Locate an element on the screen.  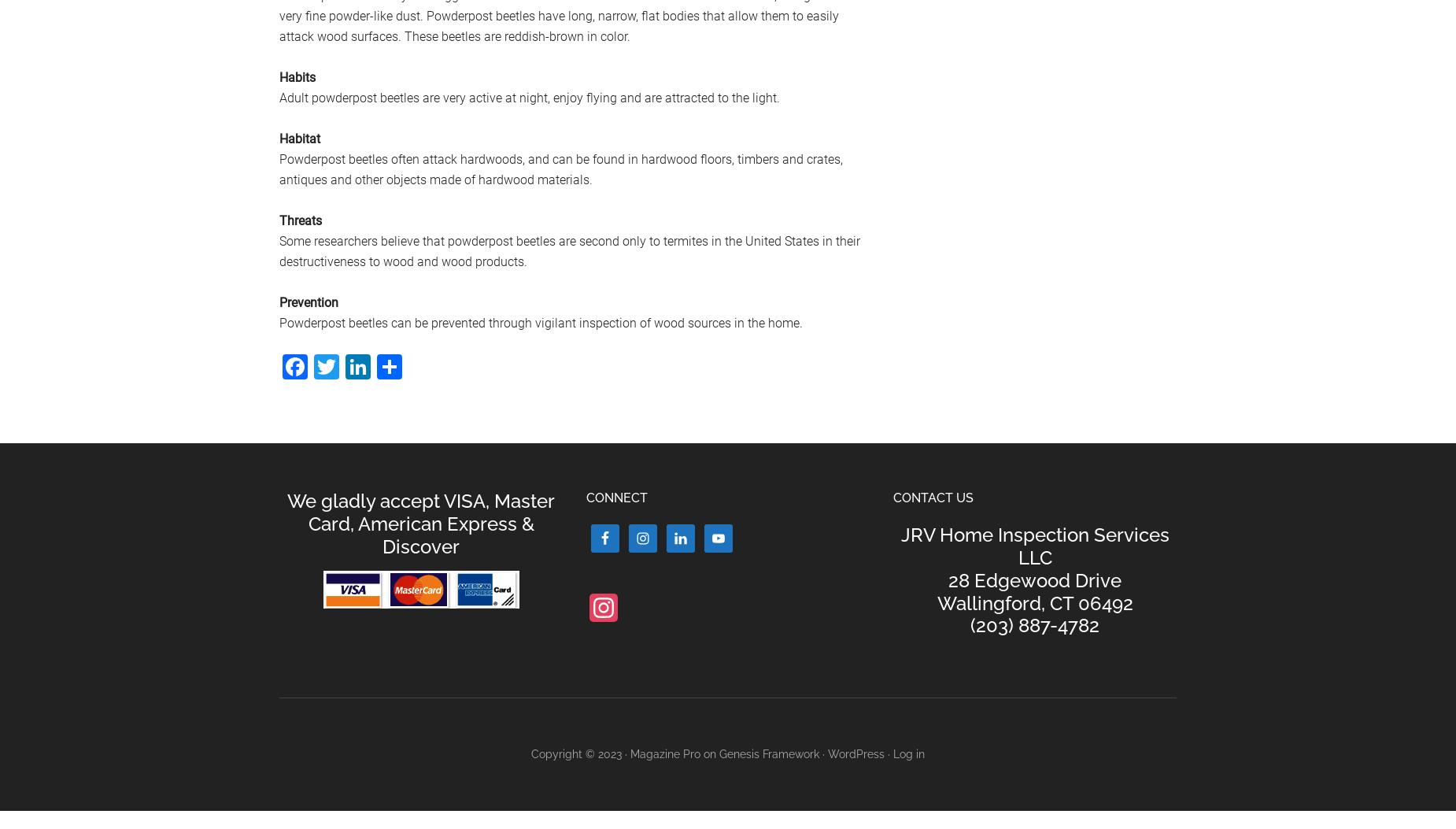
'JRV Home Inspection Services LLC' is located at coordinates (900, 546).